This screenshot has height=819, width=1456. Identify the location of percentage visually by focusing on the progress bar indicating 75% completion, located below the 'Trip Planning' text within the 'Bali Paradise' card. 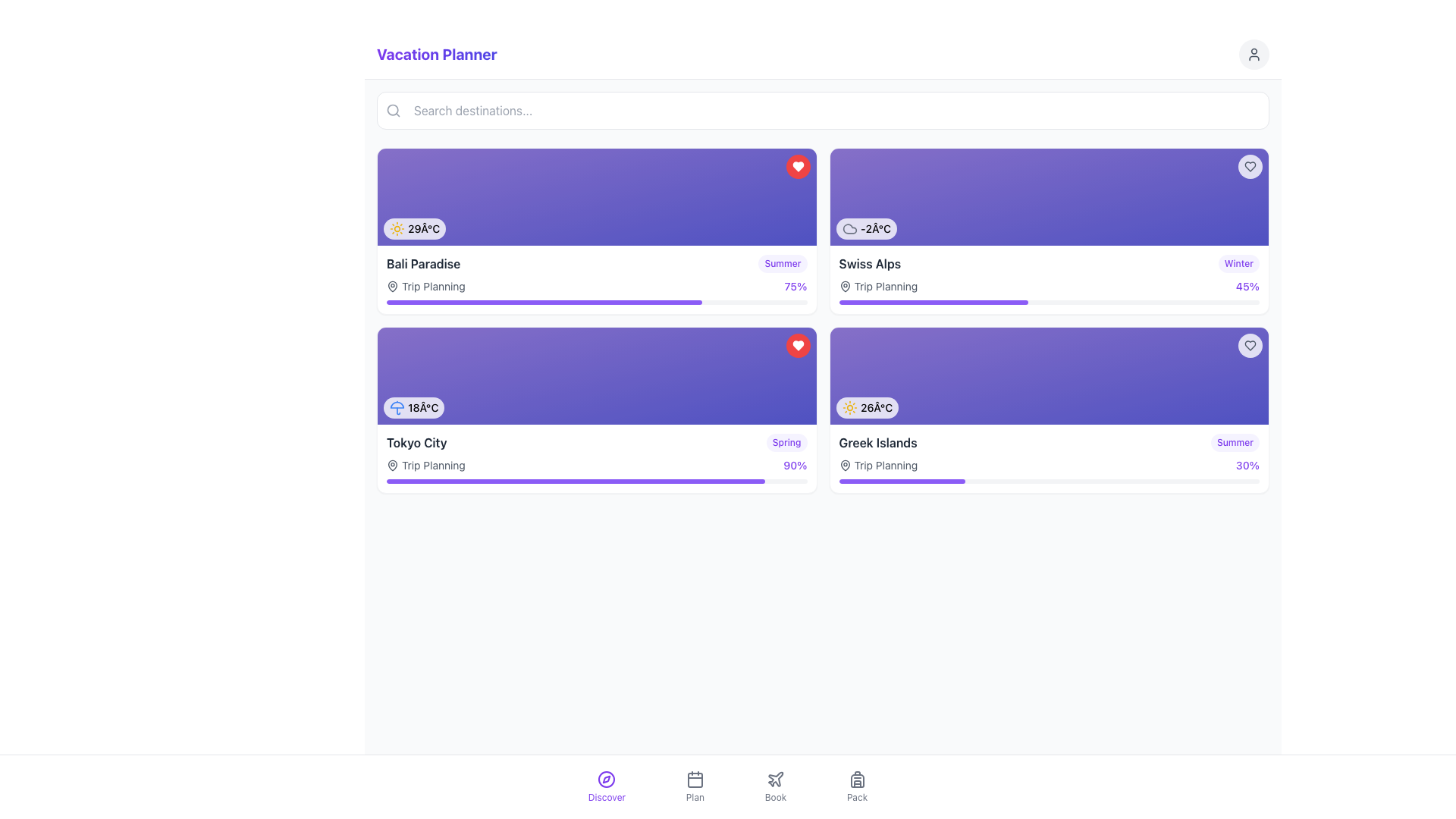
(596, 302).